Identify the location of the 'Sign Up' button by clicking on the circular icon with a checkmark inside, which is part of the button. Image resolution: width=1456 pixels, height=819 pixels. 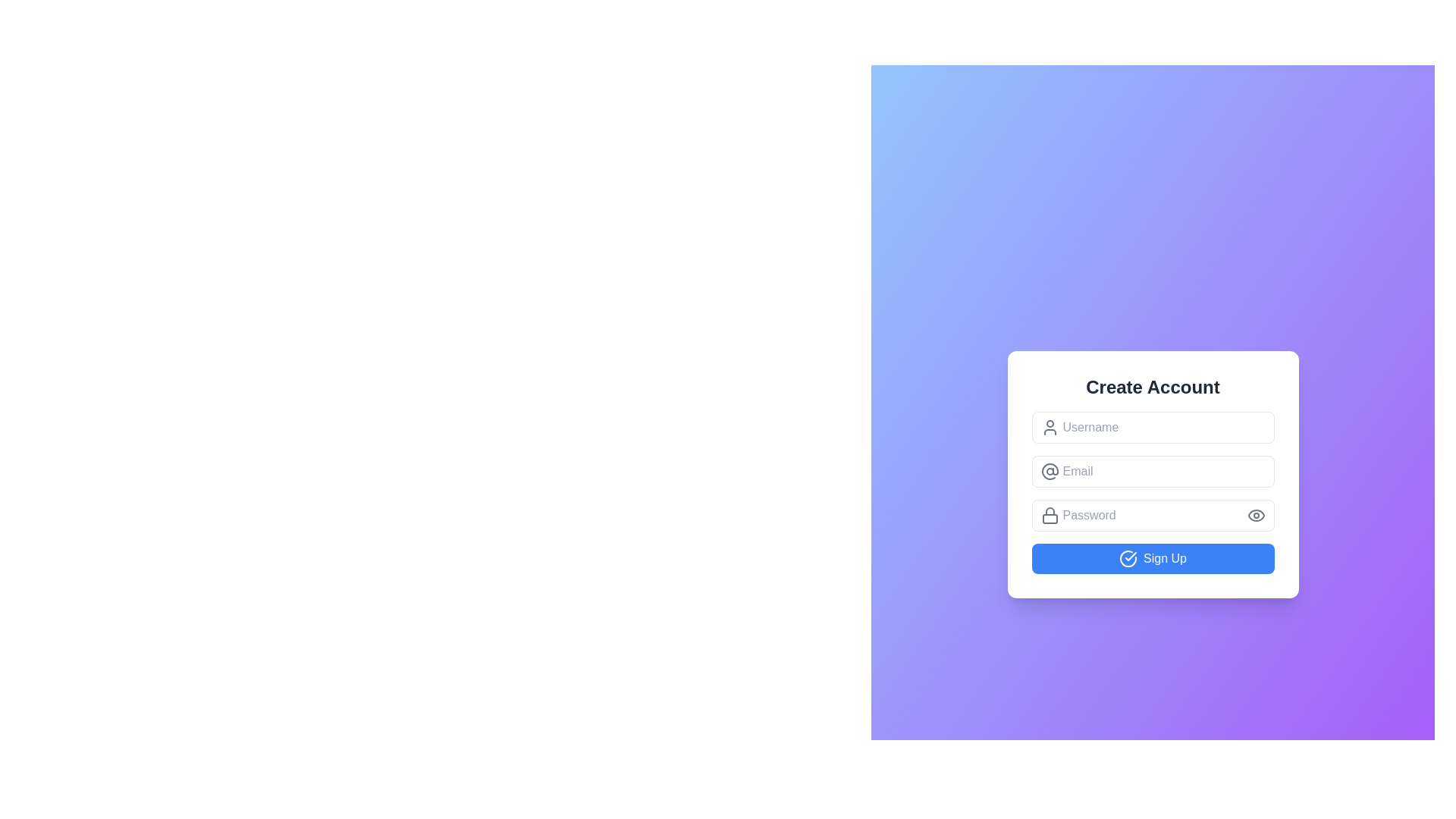
(1128, 558).